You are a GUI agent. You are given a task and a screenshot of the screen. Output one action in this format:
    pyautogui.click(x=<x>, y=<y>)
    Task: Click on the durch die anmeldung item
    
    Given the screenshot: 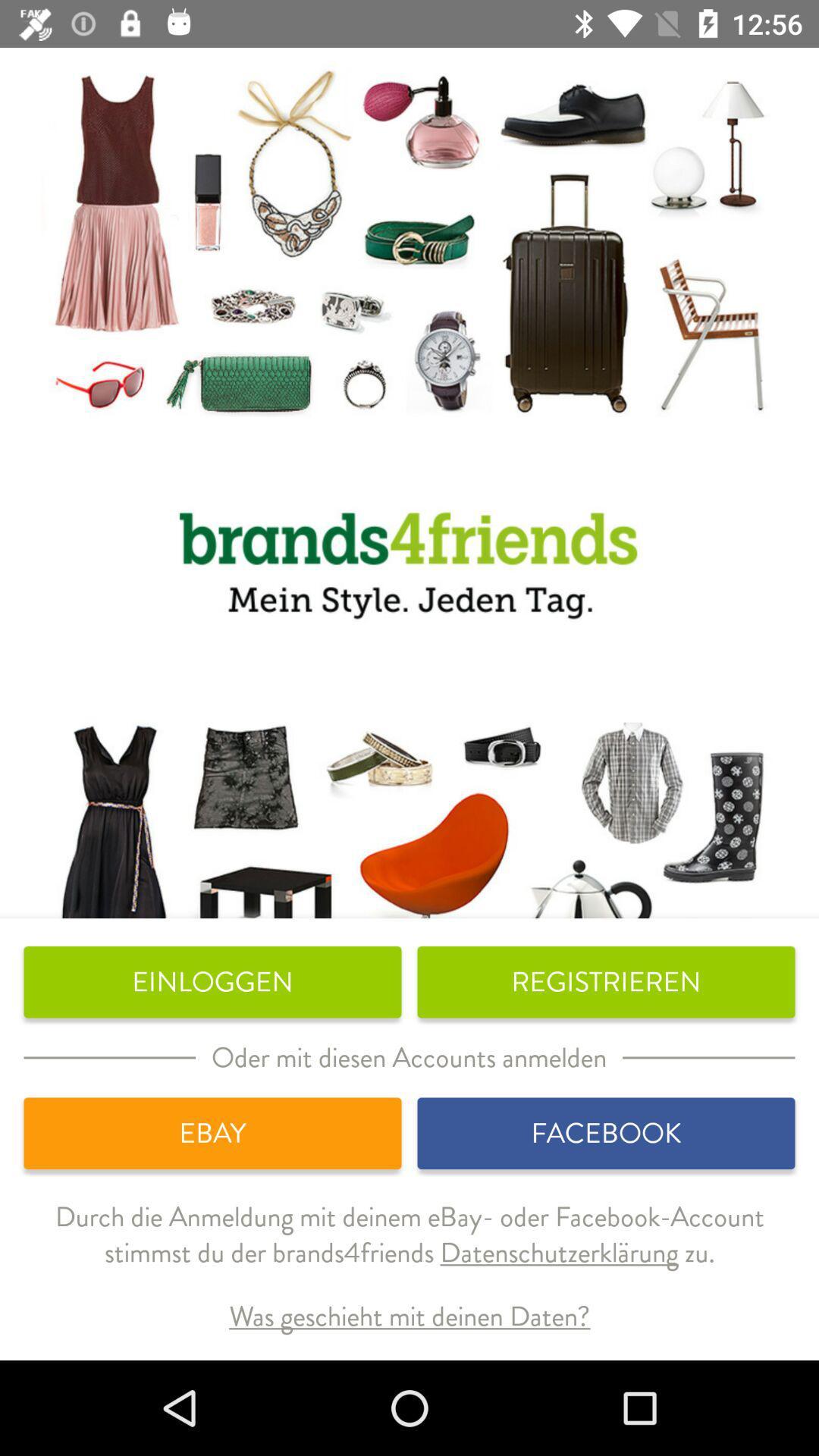 What is the action you would take?
    pyautogui.click(x=409, y=1247)
    